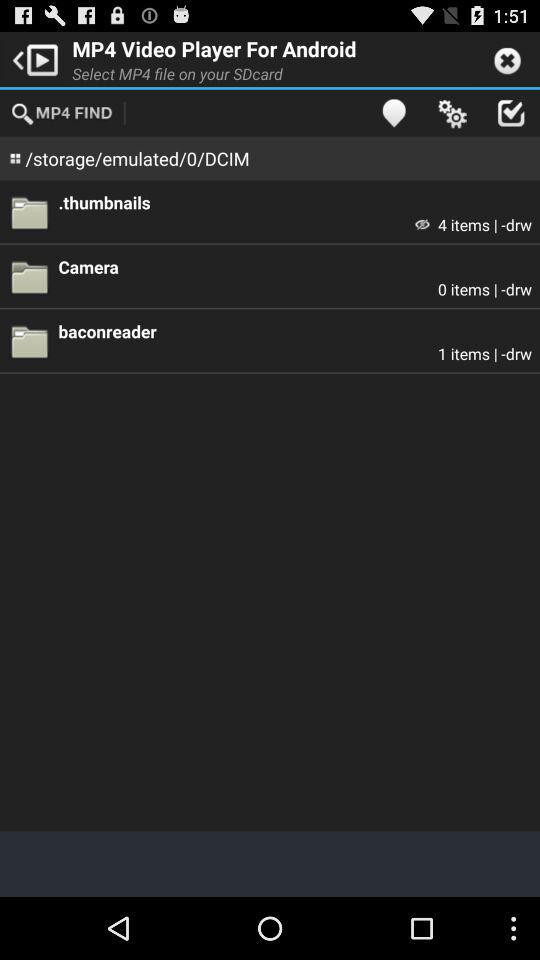  What do you see at coordinates (294, 331) in the screenshot?
I see `baconreader app` at bounding box center [294, 331].